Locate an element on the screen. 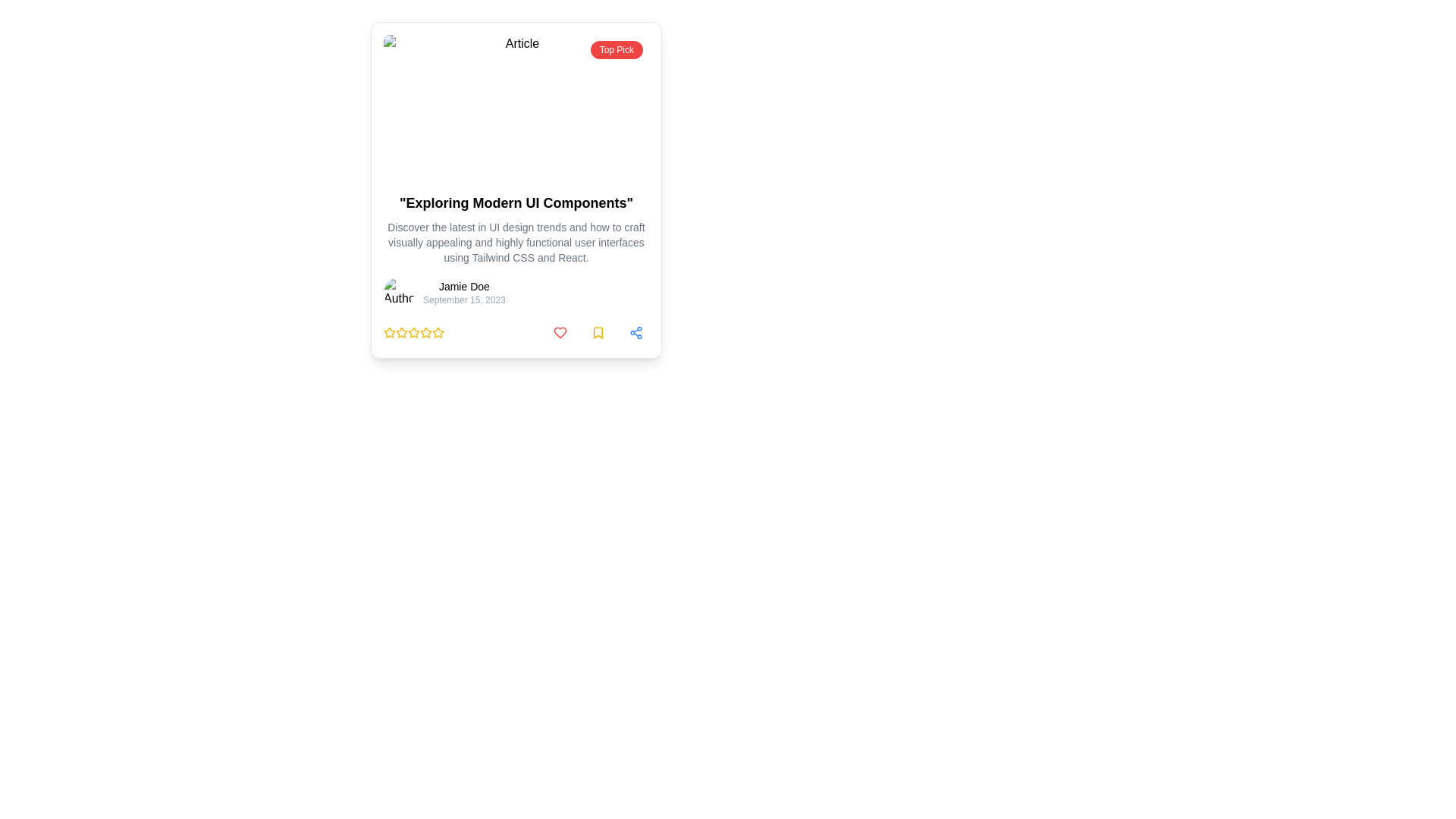 The width and height of the screenshot is (1456, 819). the sixth star icon in the rating system below the card titled 'Exploring Modern UI Components' is located at coordinates (425, 332).